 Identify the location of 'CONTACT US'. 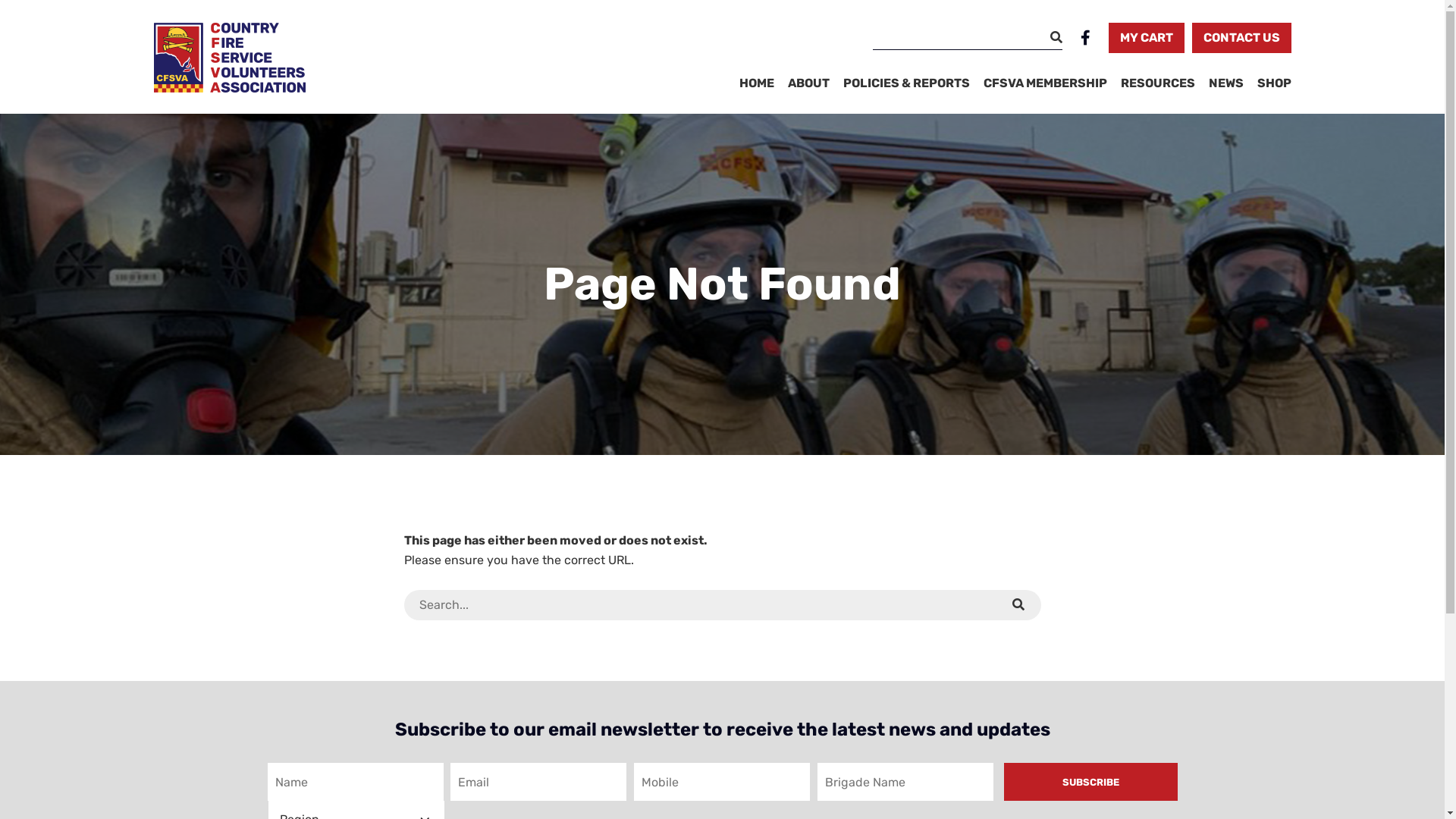
(1241, 37).